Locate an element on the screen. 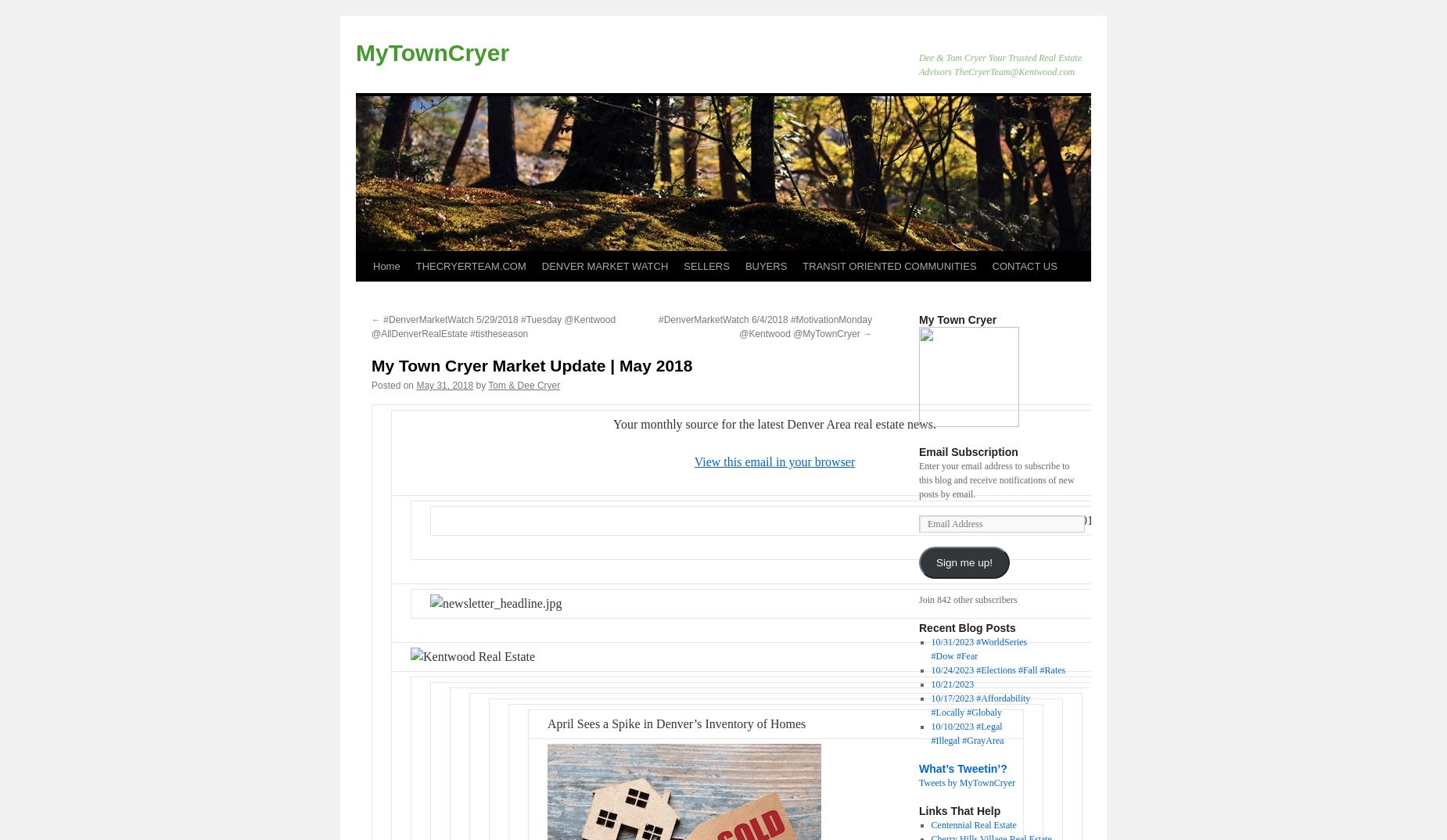 The image size is (1447, 840). '10/21/2023' is located at coordinates (929, 683).